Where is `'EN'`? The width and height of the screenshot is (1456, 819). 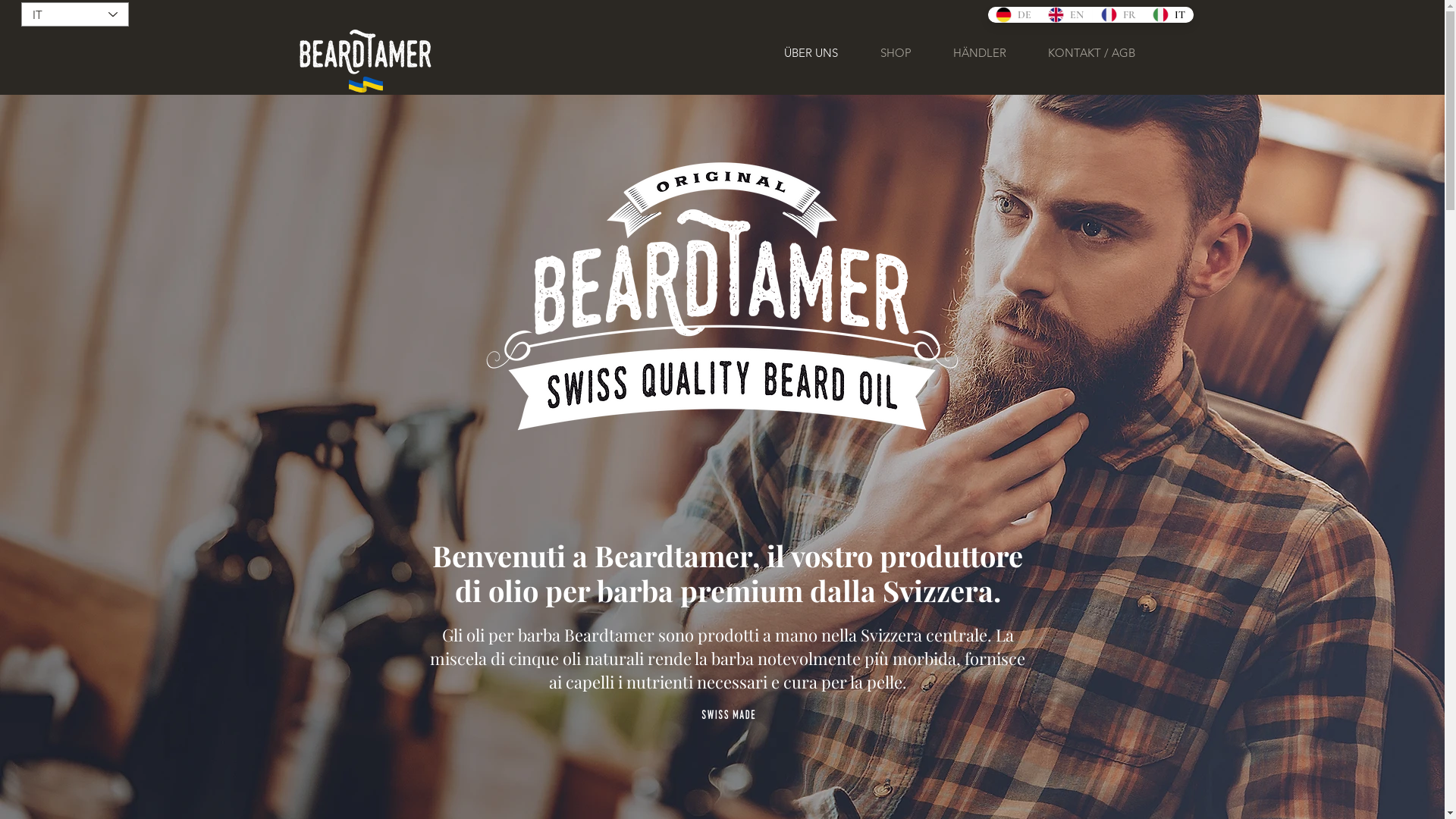 'EN' is located at coordinates (1065, 14).